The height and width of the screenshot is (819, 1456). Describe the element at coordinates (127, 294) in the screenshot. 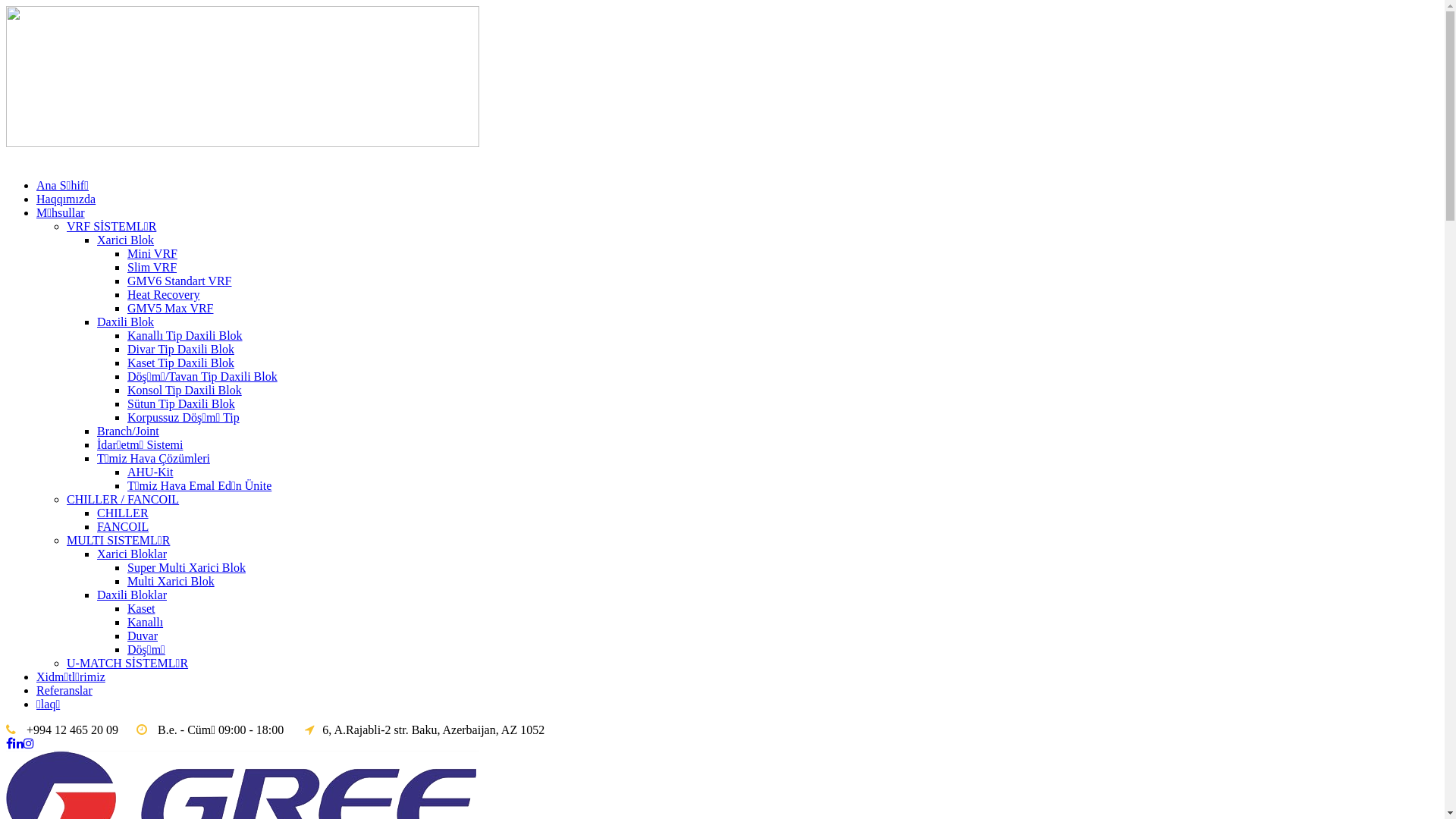

I see `'Heat Recovery'` at that location.